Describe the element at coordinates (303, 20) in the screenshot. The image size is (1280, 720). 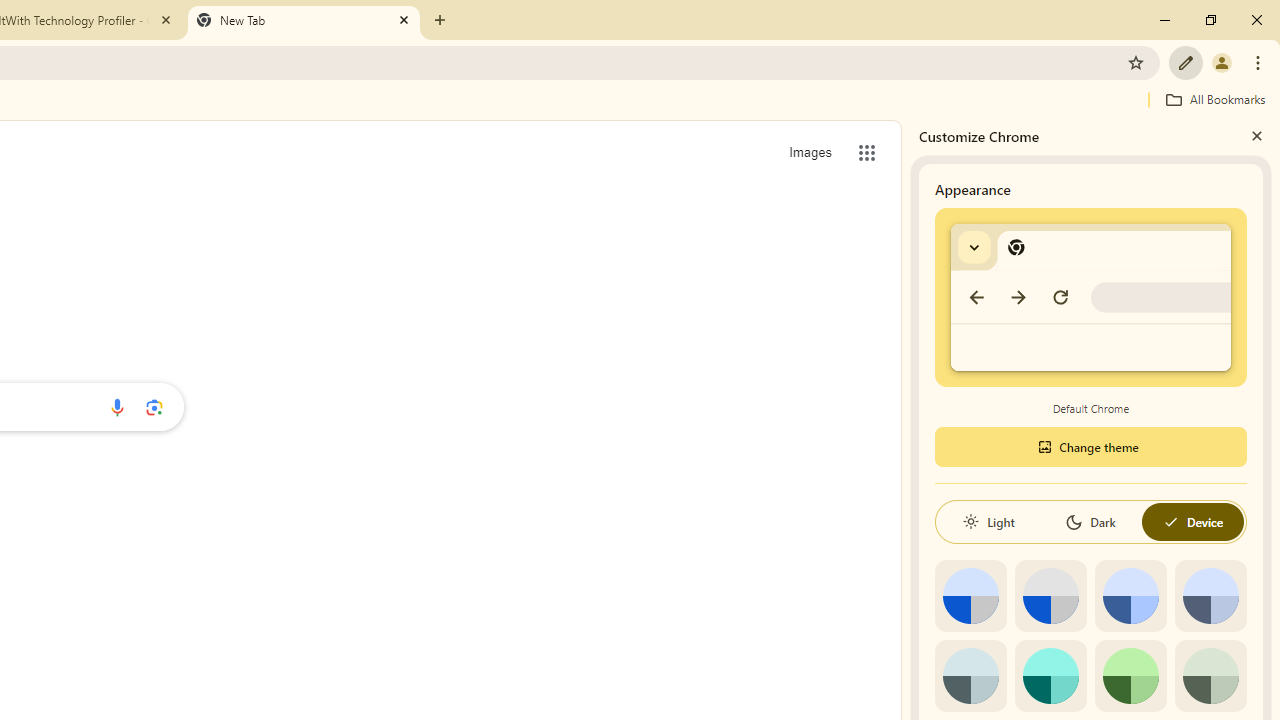
I see `'New Tab'` at that location.